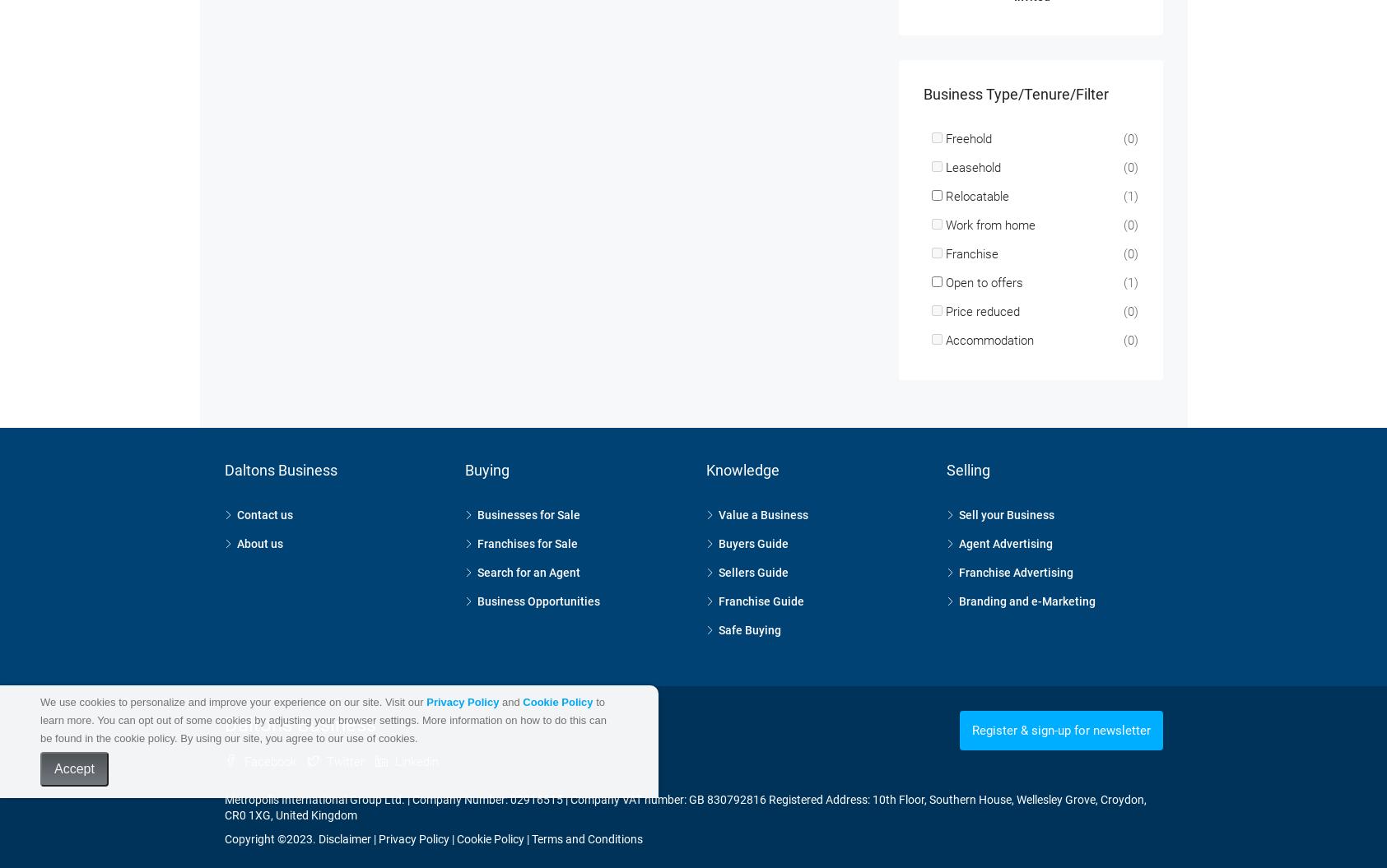 The height and width of the screenshot is (868, 1387). Describe the element at coordinates (761, 579) in the screenshot. I see `'Franchise Guide'` at that location.